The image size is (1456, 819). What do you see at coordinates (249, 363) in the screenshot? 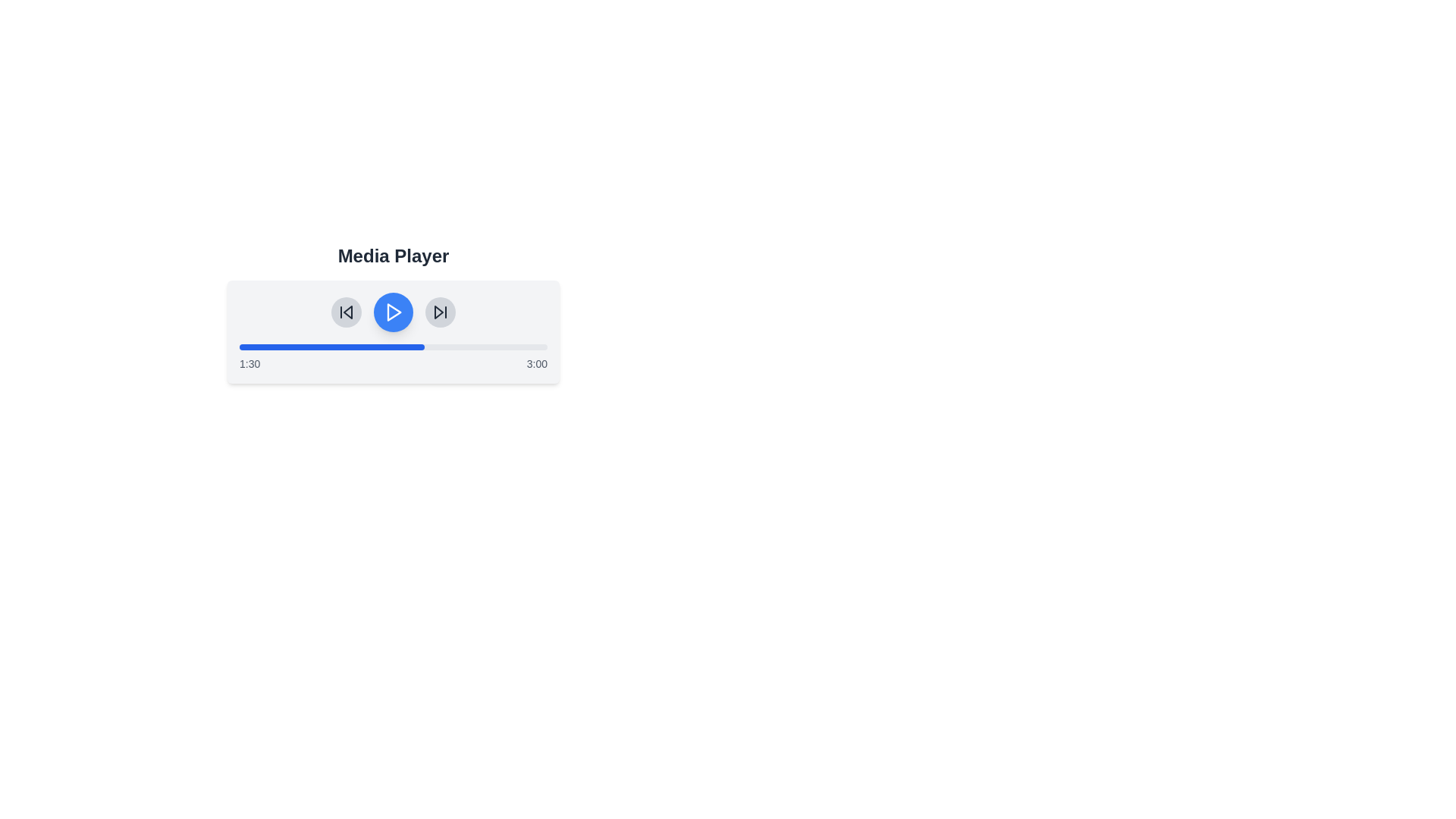
I see `the elapsed time text located at the bottom-left corner of the media player's progress bar` at bounding box center [249, 363].